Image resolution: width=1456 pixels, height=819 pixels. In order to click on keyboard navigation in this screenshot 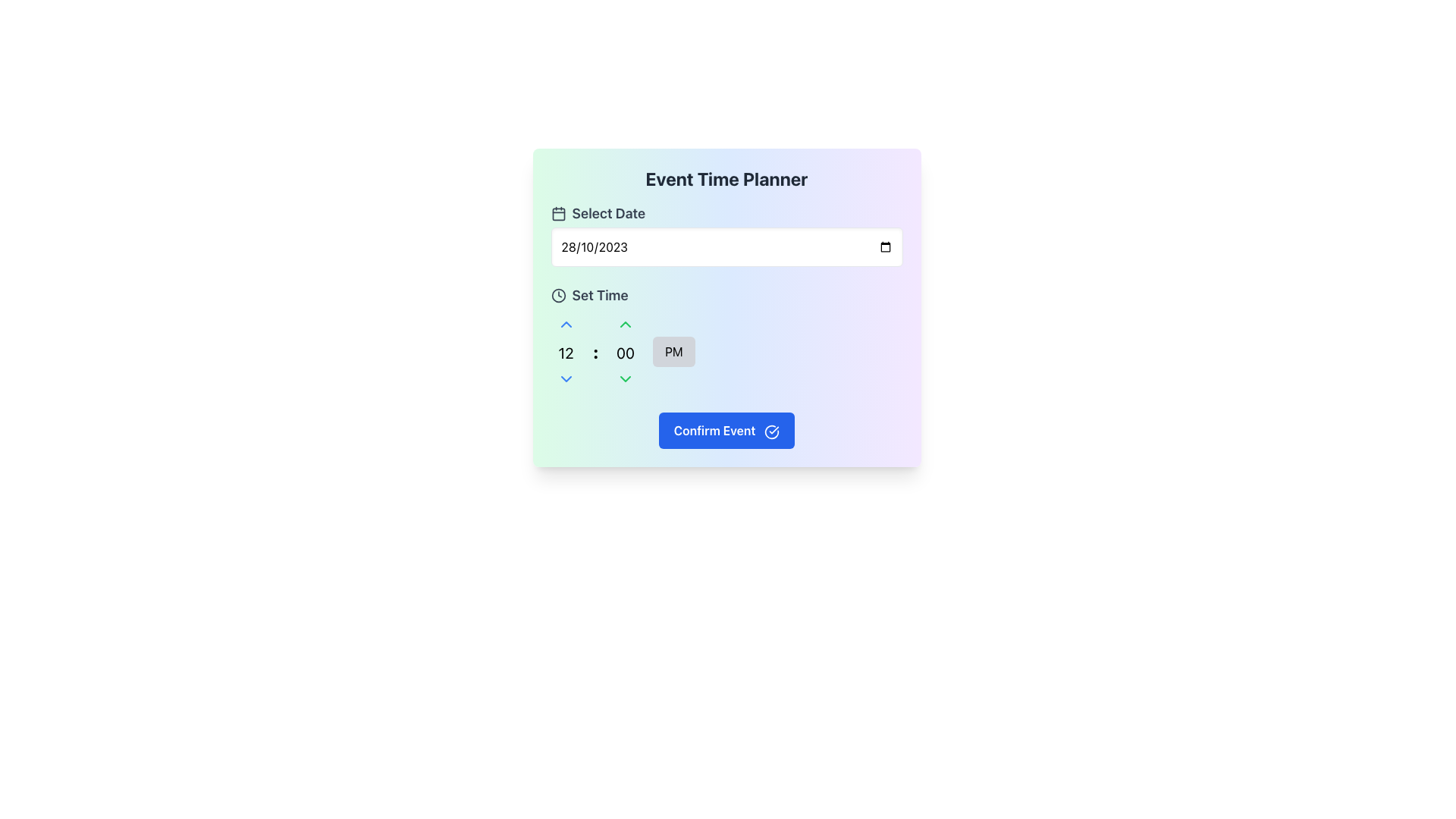, I will do `click(626, 324)`.